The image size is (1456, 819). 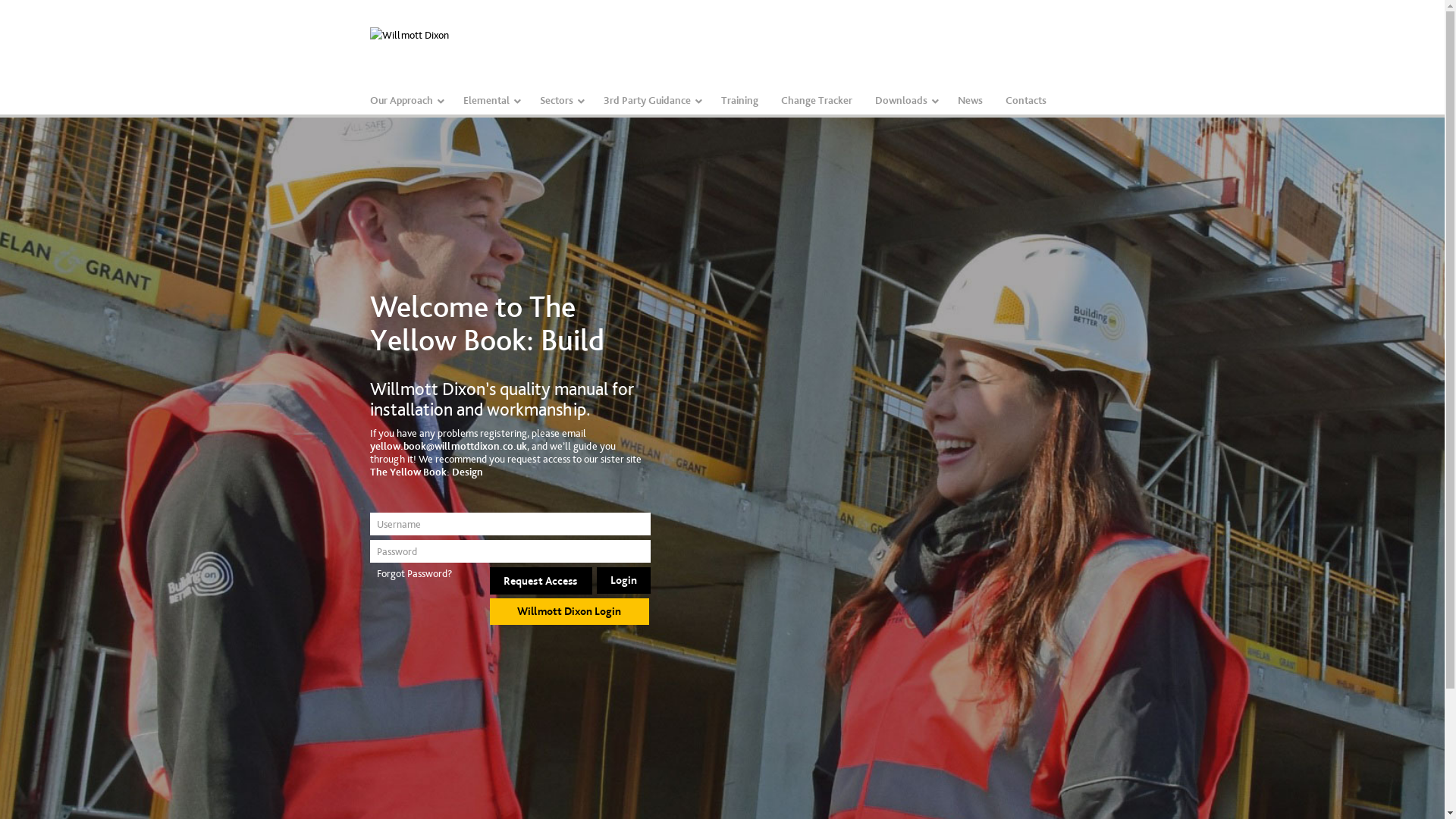 I want to click on 'Willmott Dixon Login', so click(x=568, y=610).